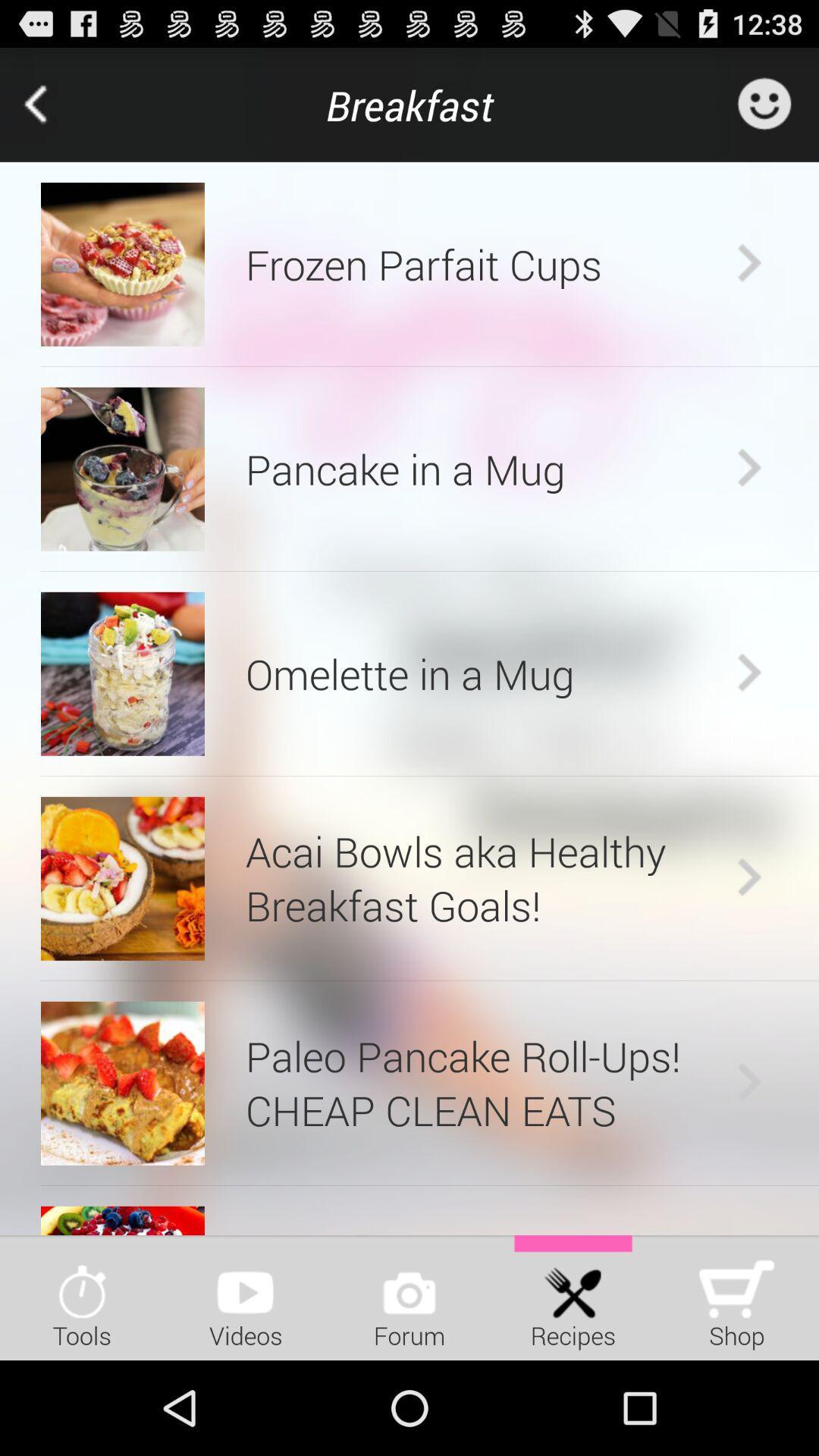 The height and width of the screenshot is (1456, 819). What do you see at coordinates (56, 104) in the screenshot?
I see `app next to the breakfast icon` at bounding box center [56, 104].